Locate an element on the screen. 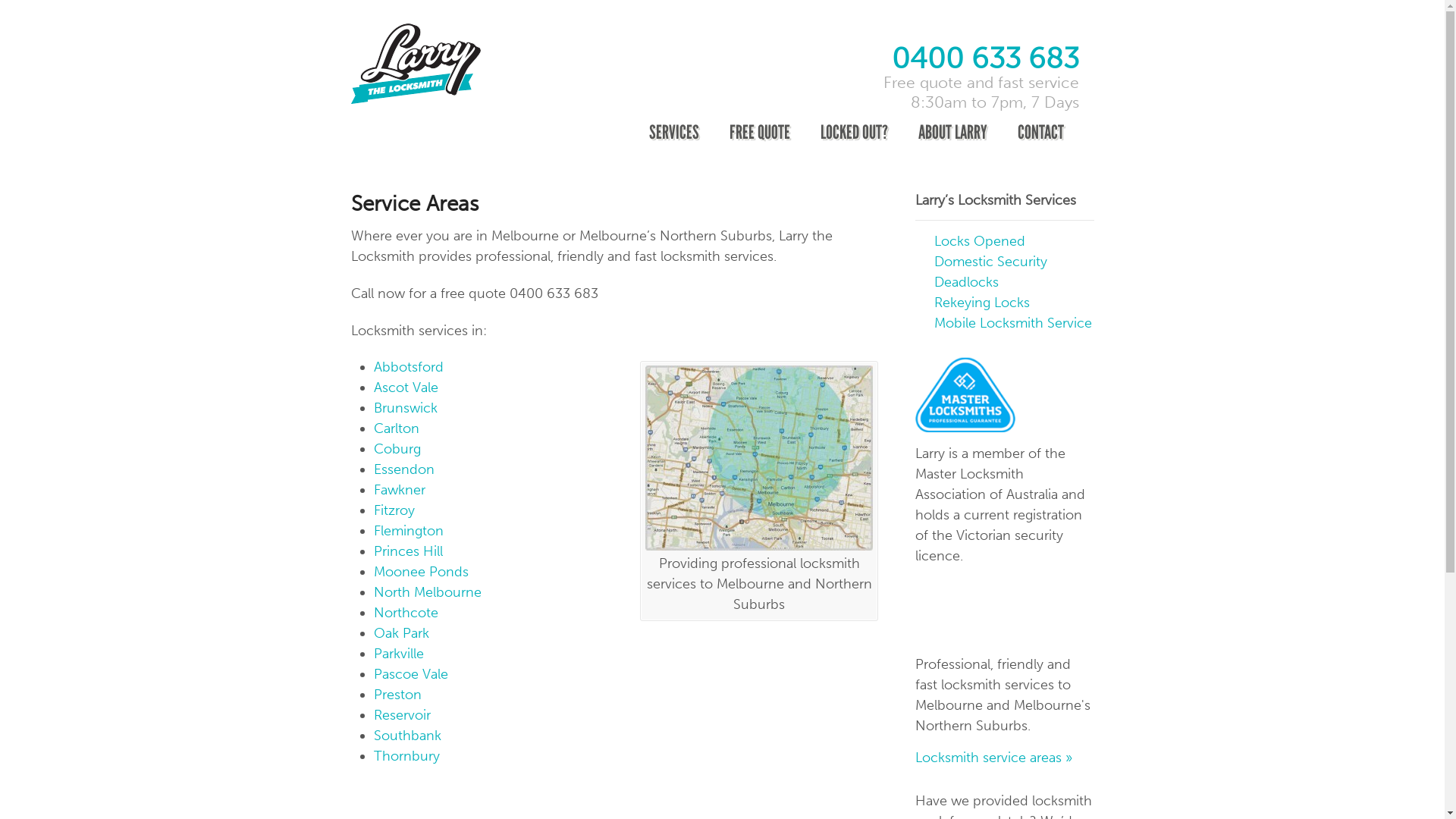 The image size is (1456, 819). 'Abbotsford' is located at coordinates (407, 366).